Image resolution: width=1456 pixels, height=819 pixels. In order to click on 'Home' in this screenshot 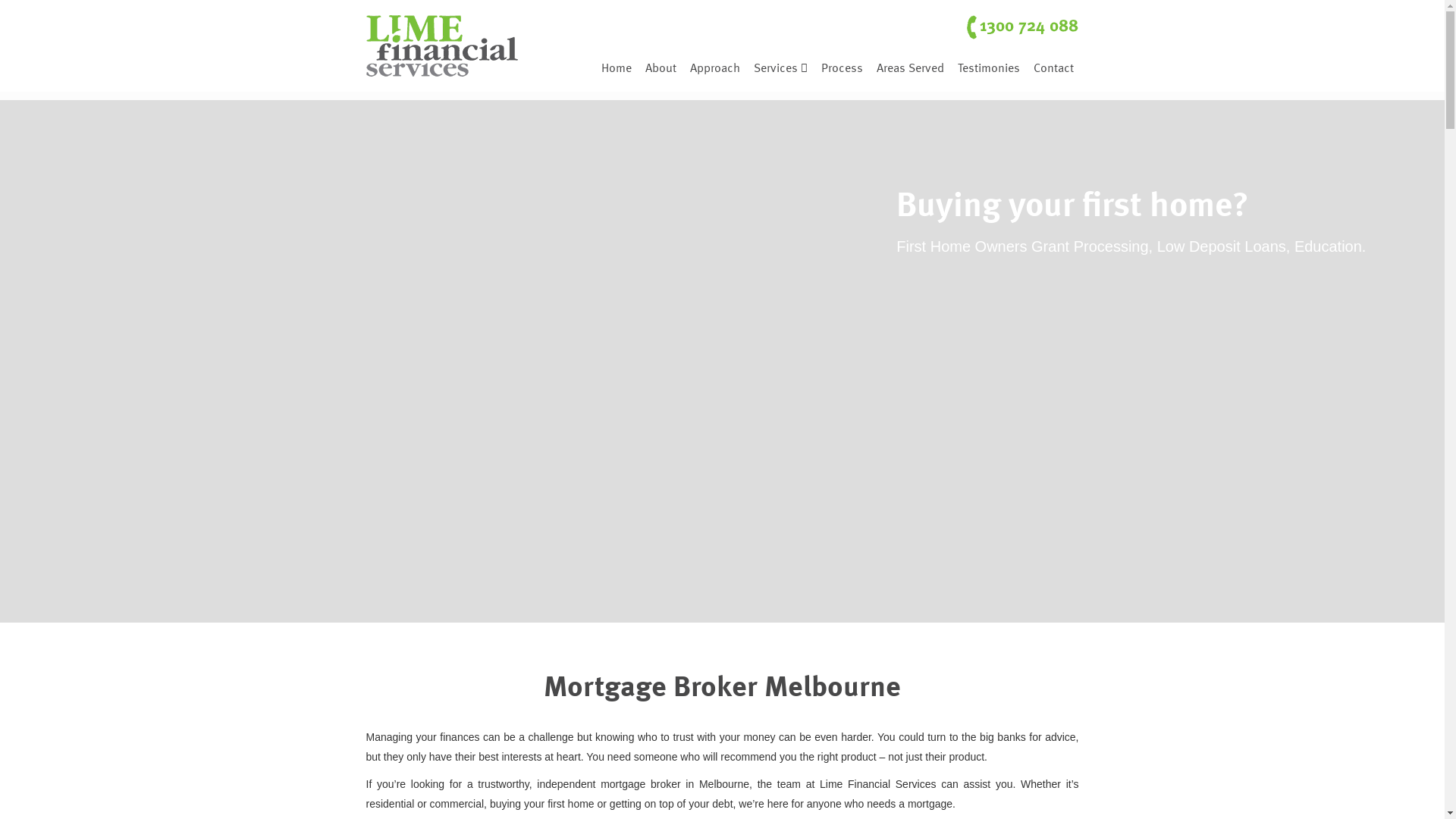, I will do `click(616, 63)`.